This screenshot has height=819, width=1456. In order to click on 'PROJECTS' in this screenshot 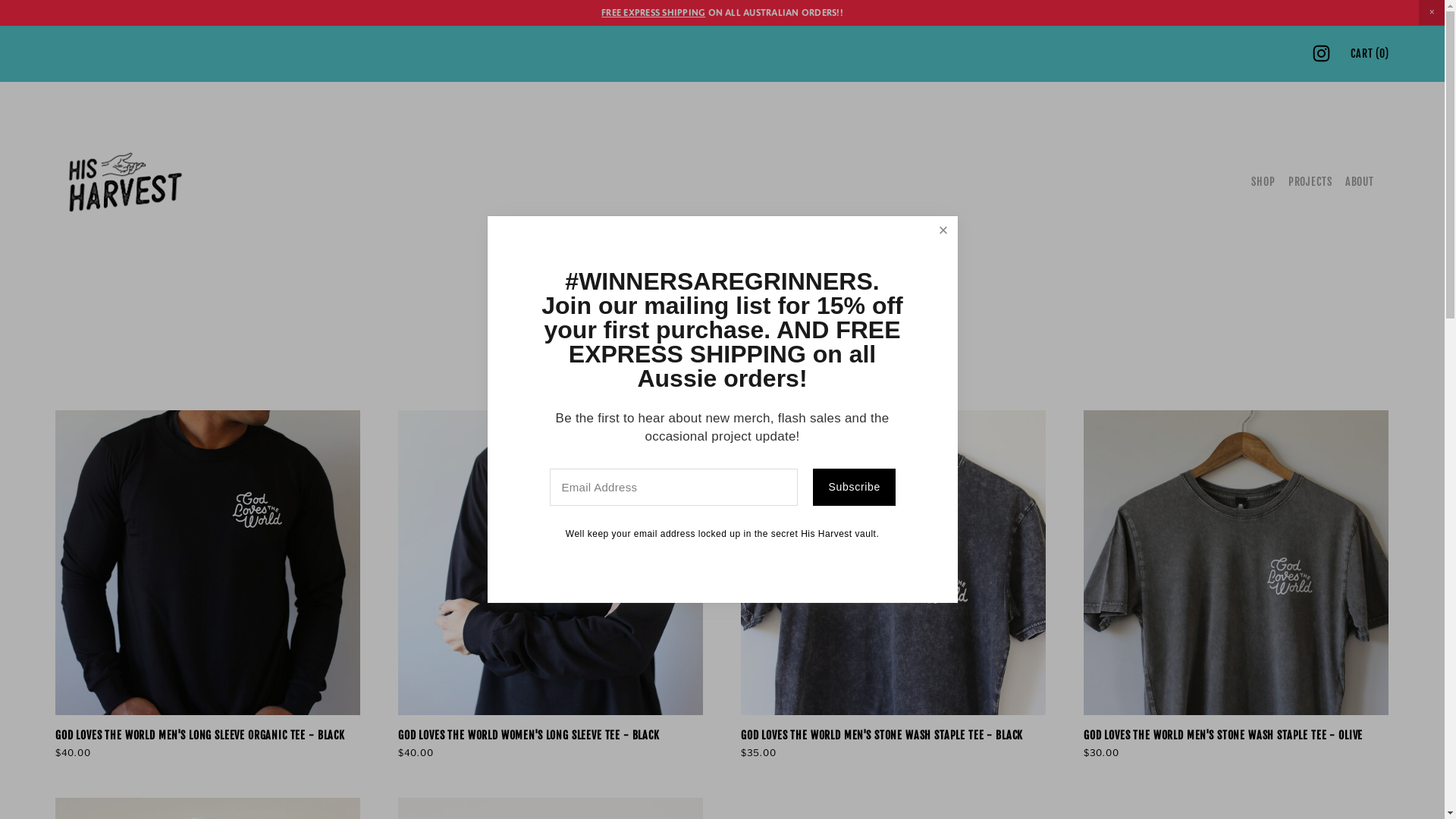, I will do `click(1310, 180)`.